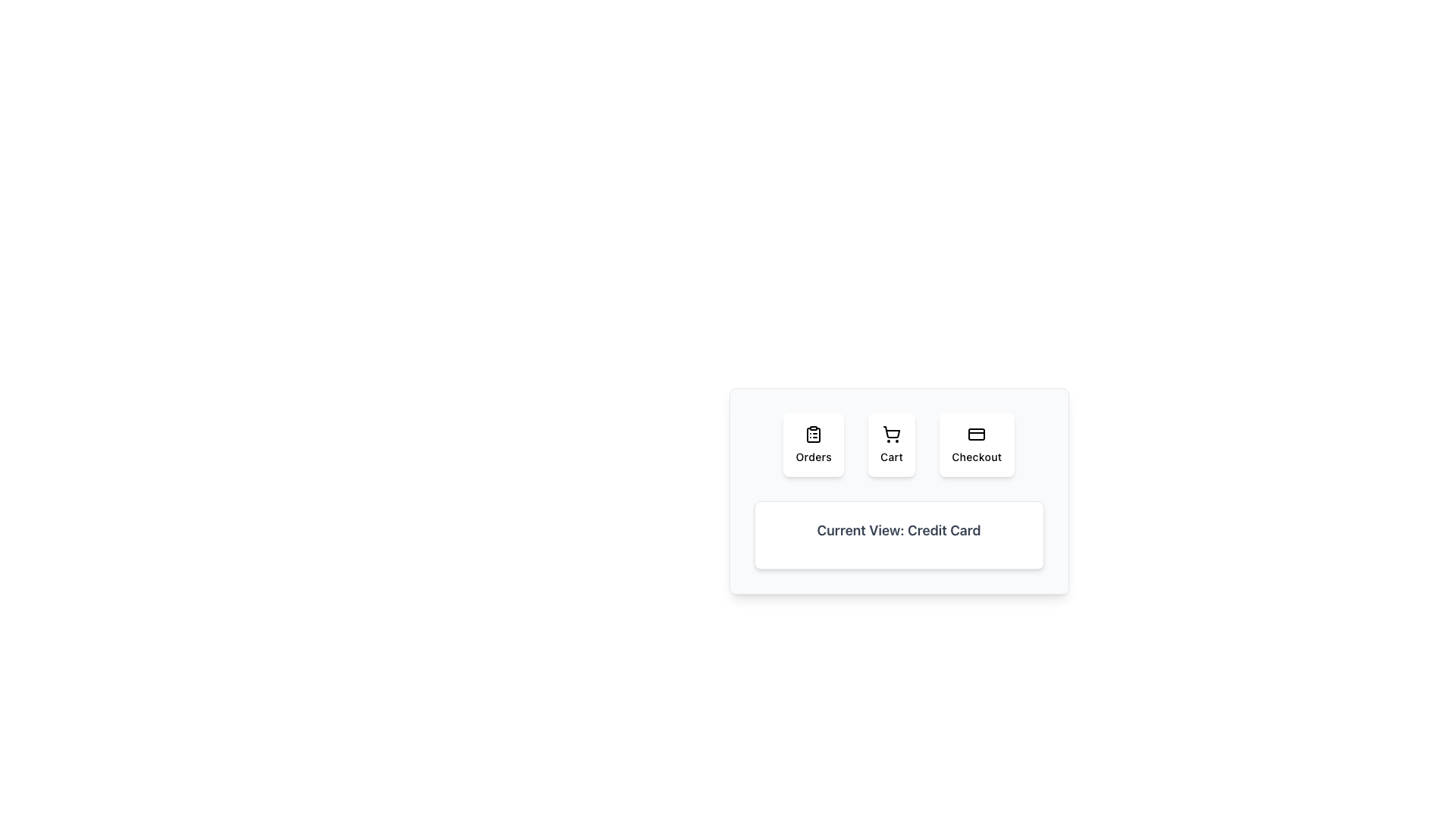  Describe the element at coordinates (899, 491) in the screenshot. I see `information displayed on the centrally positioned Informational card within the checkout or order management interface` at that location.